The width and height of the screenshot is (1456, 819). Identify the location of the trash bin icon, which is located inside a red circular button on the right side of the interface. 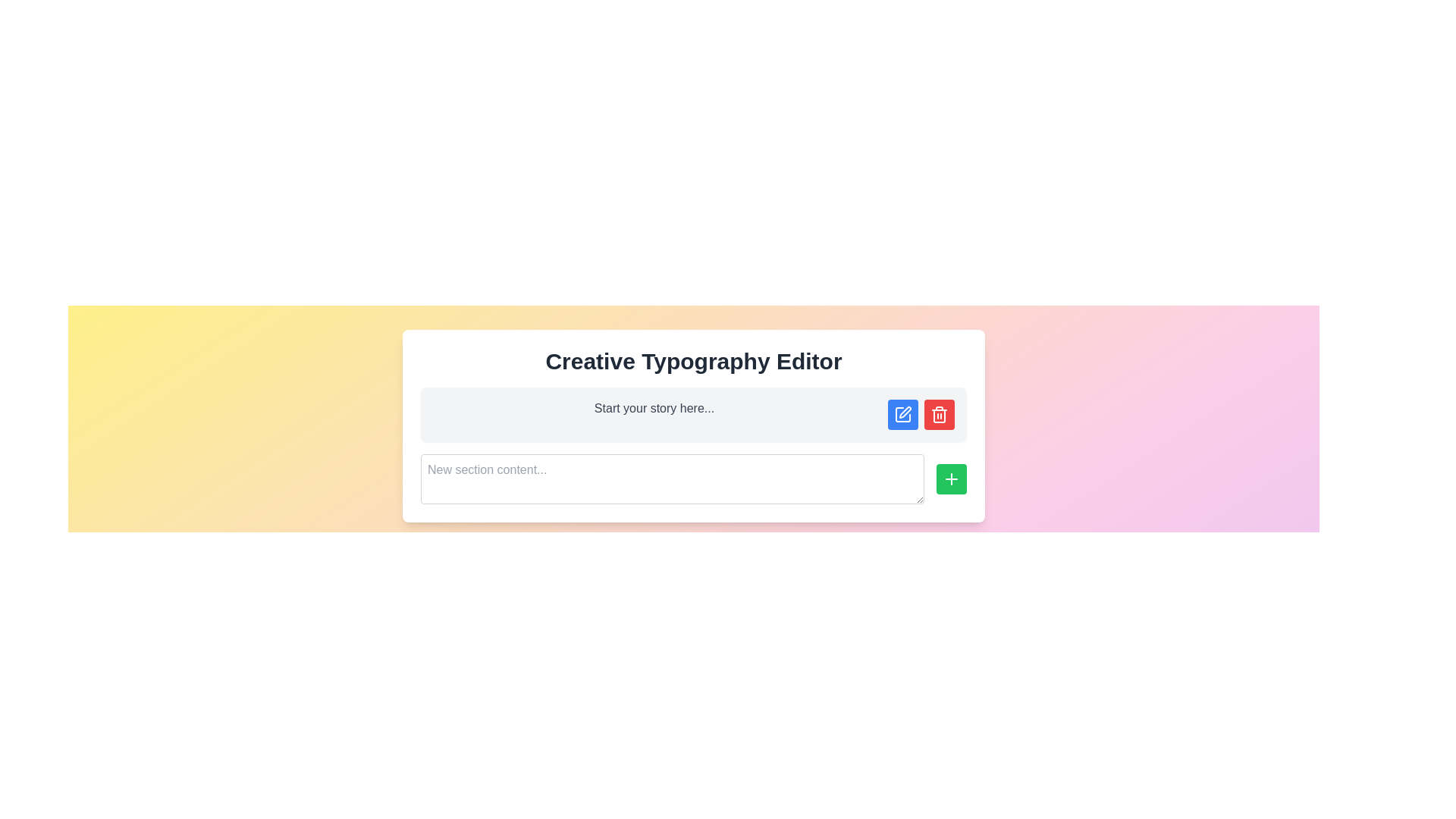
(938, 415).